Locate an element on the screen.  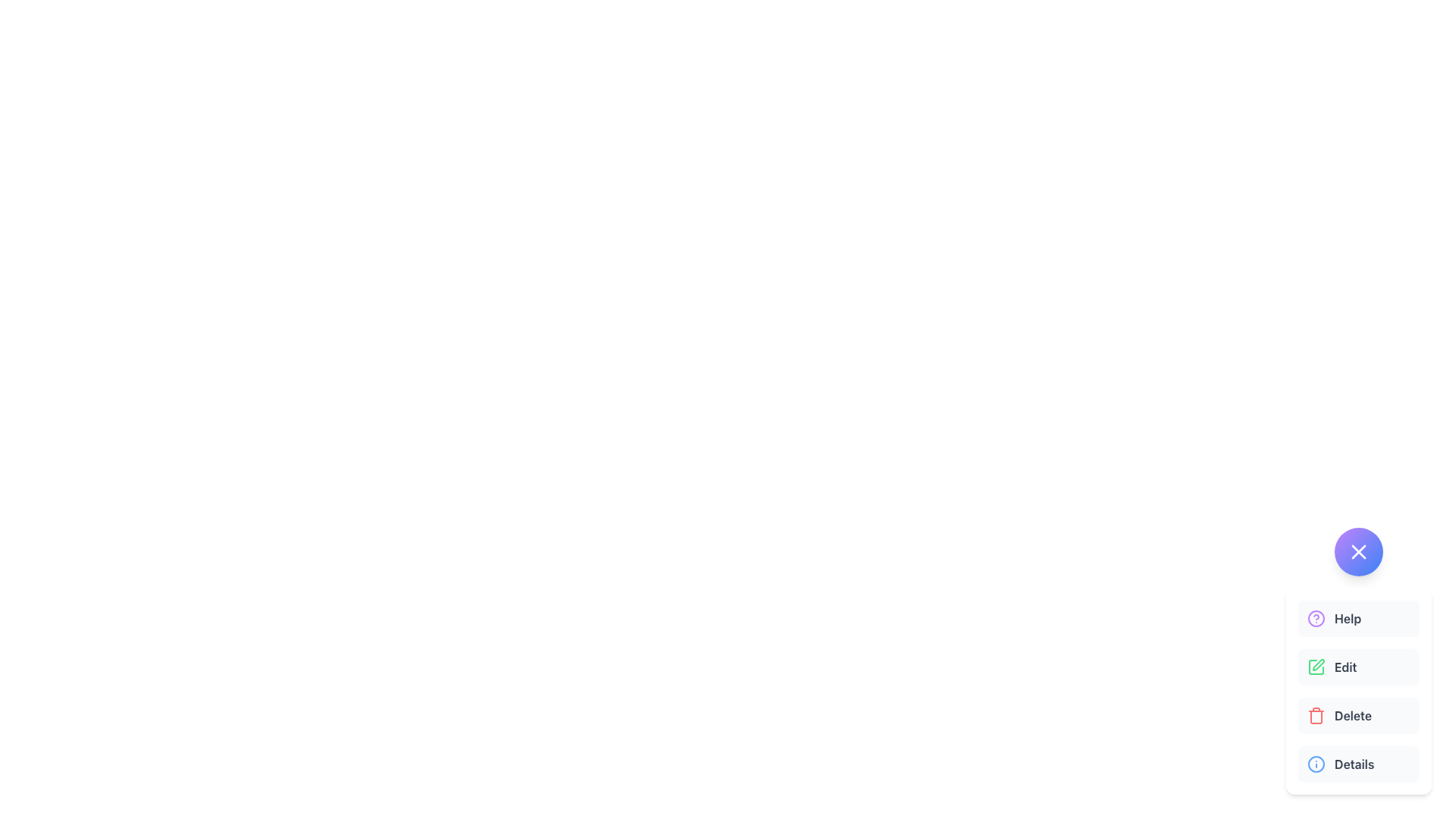
the 'Help' button, which features a question mark icon in purple and is the first option in a vertical list of interactive options is located at coordinates (1358, 619).